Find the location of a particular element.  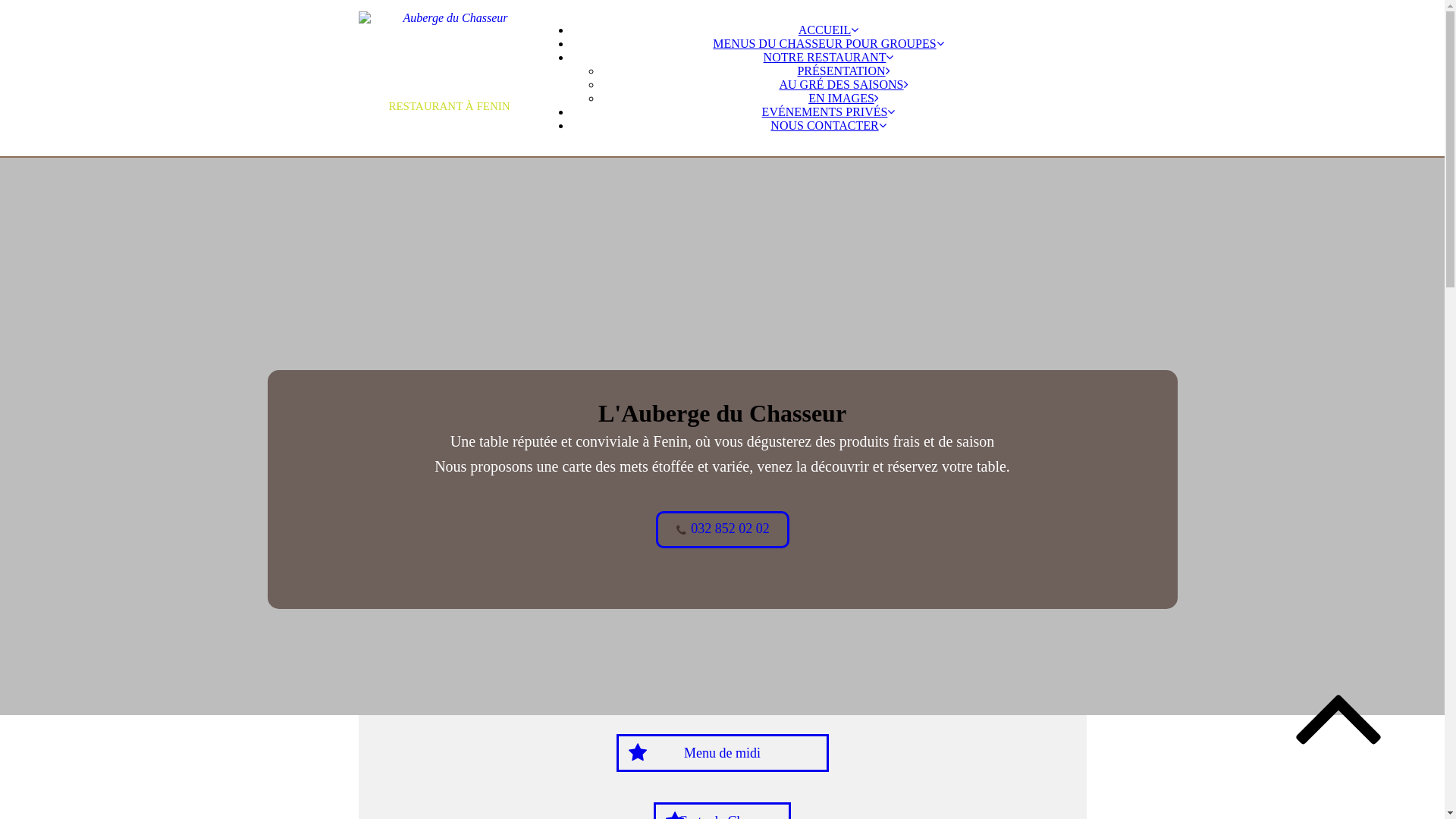

'032 852 02 02' is located at coordinates (655, 529).